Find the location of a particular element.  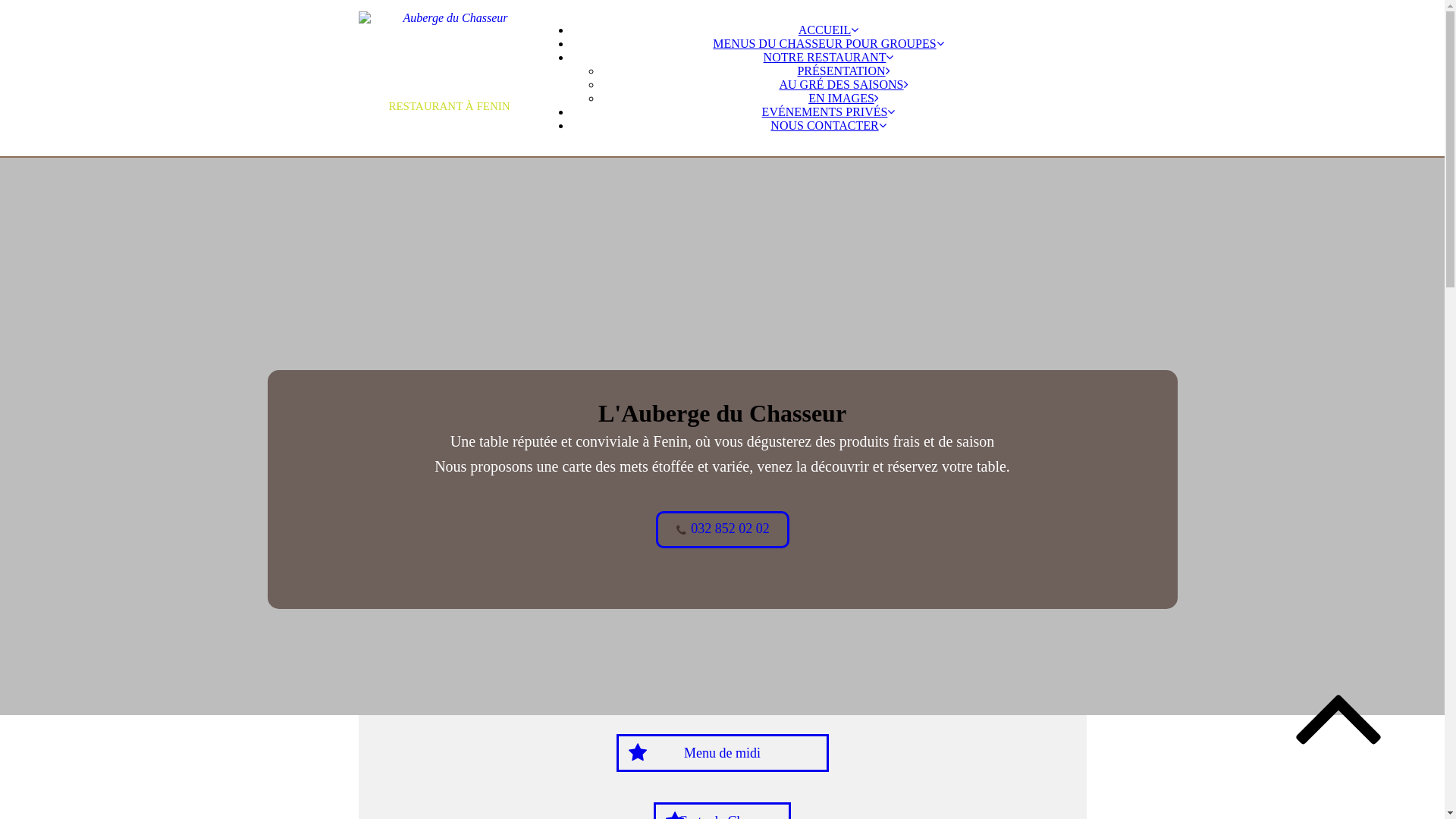

'032 852 02 02' is located at coordinates (655, 529).